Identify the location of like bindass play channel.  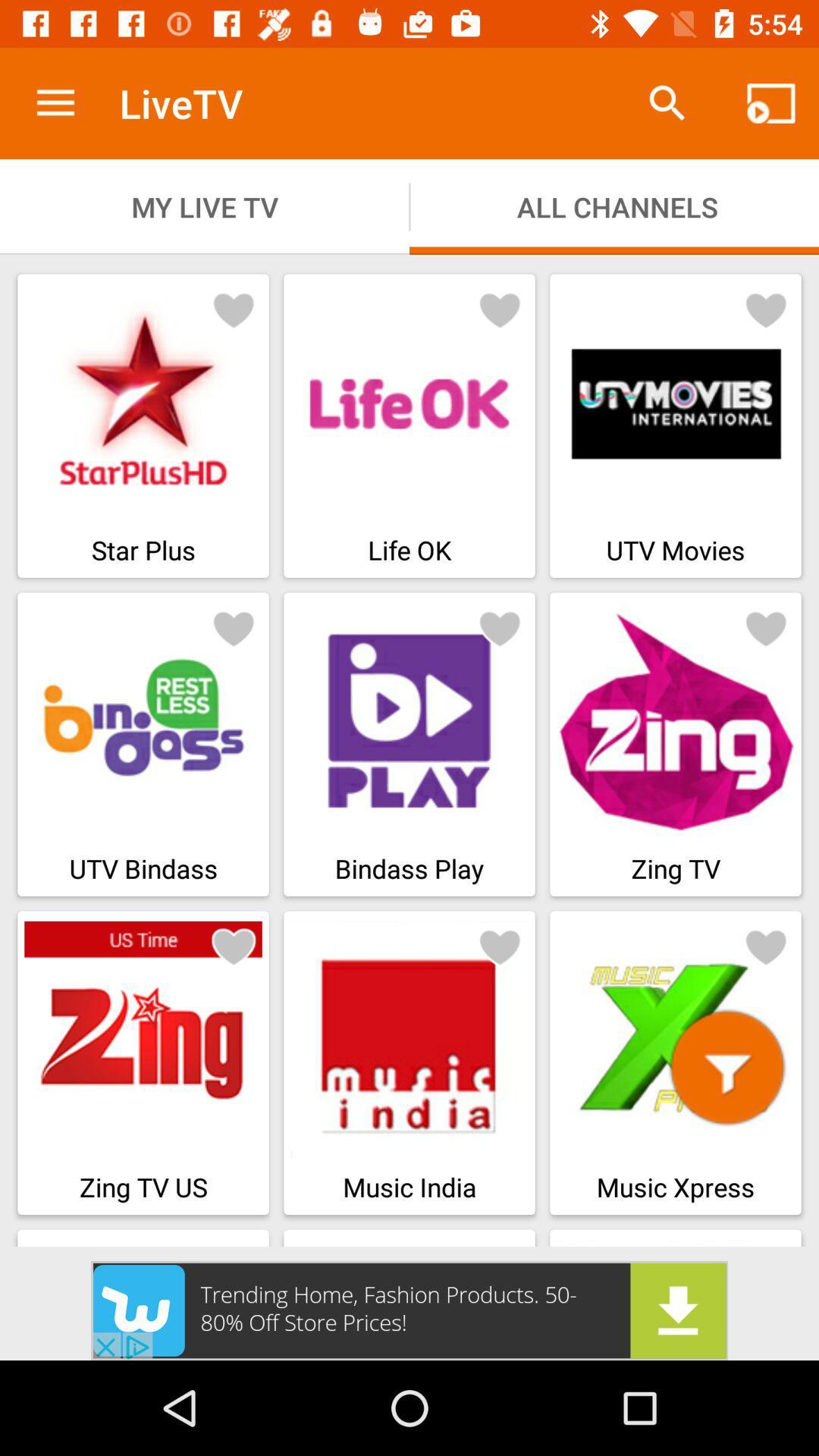
(500, 628).